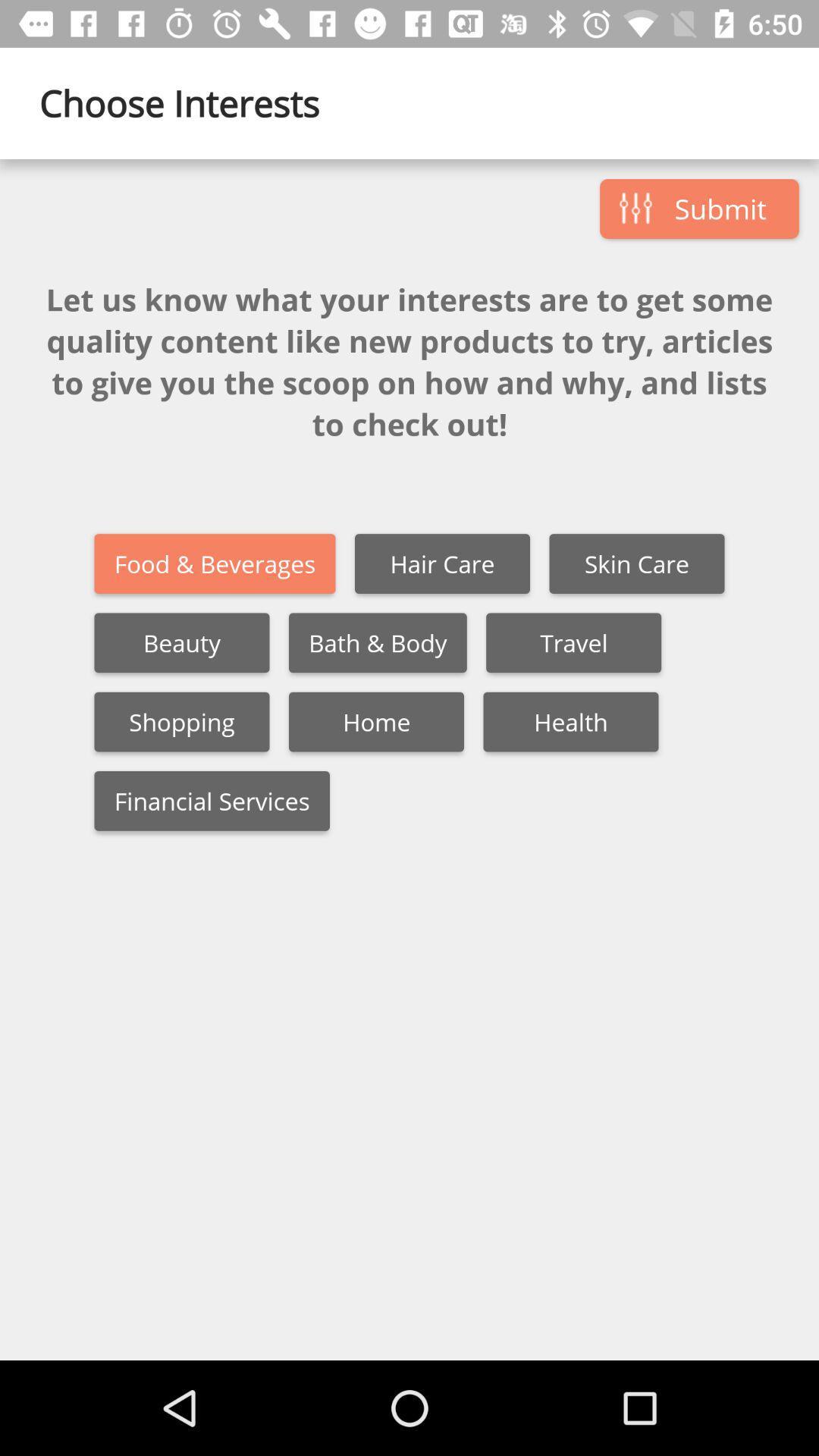 The image size is (819, 1456). I want to click on icon to the left of home, so click(180, 721).